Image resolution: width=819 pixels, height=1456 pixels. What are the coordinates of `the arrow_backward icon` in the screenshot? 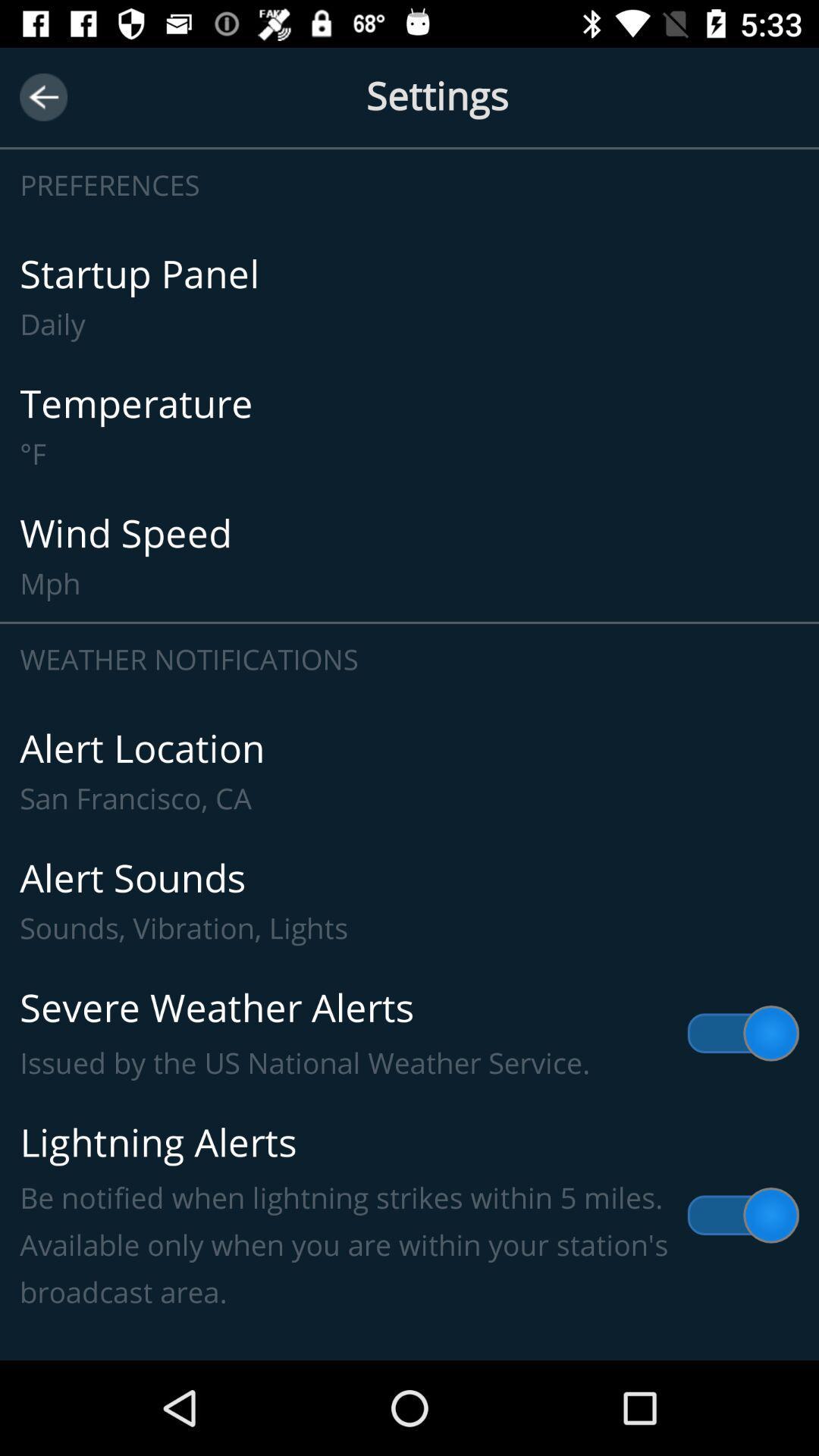 It's located at (42, 96).